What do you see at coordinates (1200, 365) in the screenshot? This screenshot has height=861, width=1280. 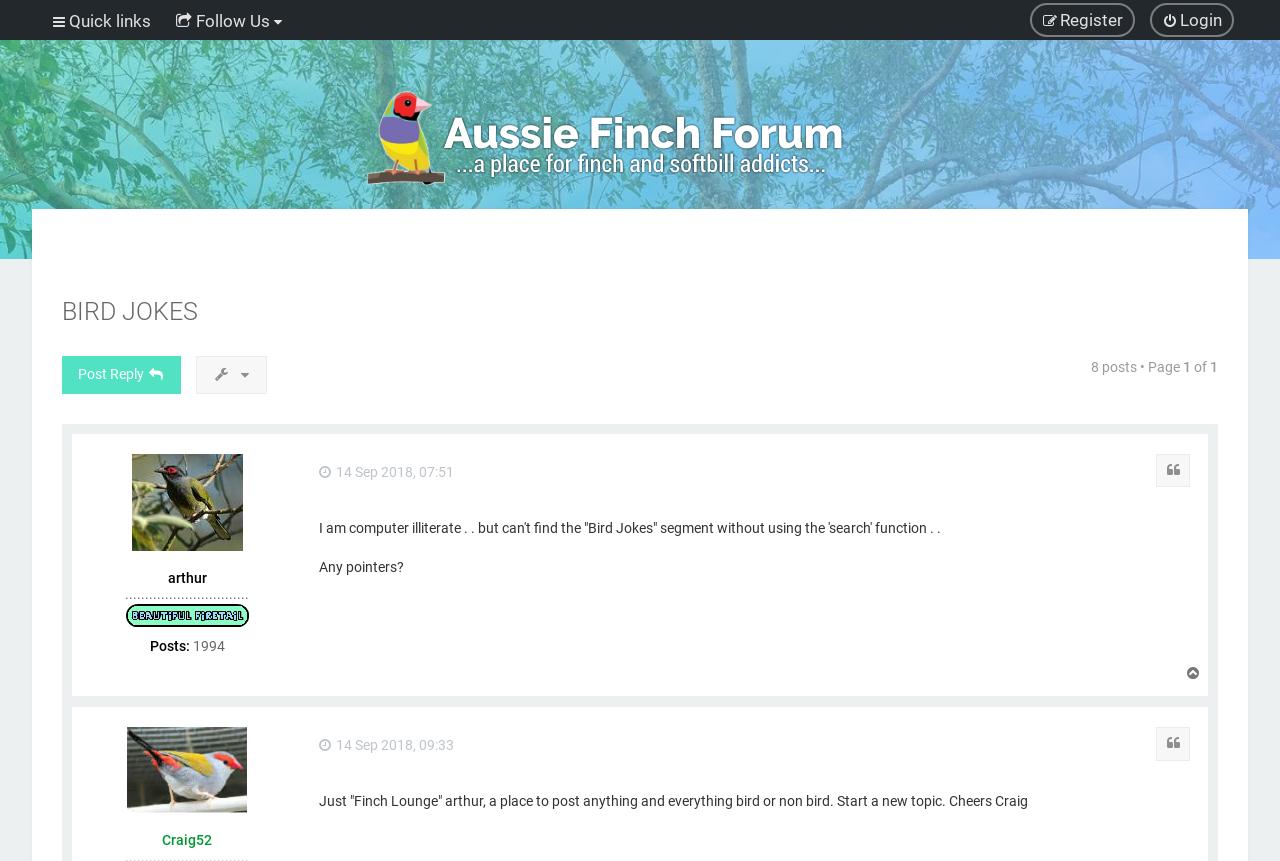 I see `'of'` at bounding box center [1200, 365].